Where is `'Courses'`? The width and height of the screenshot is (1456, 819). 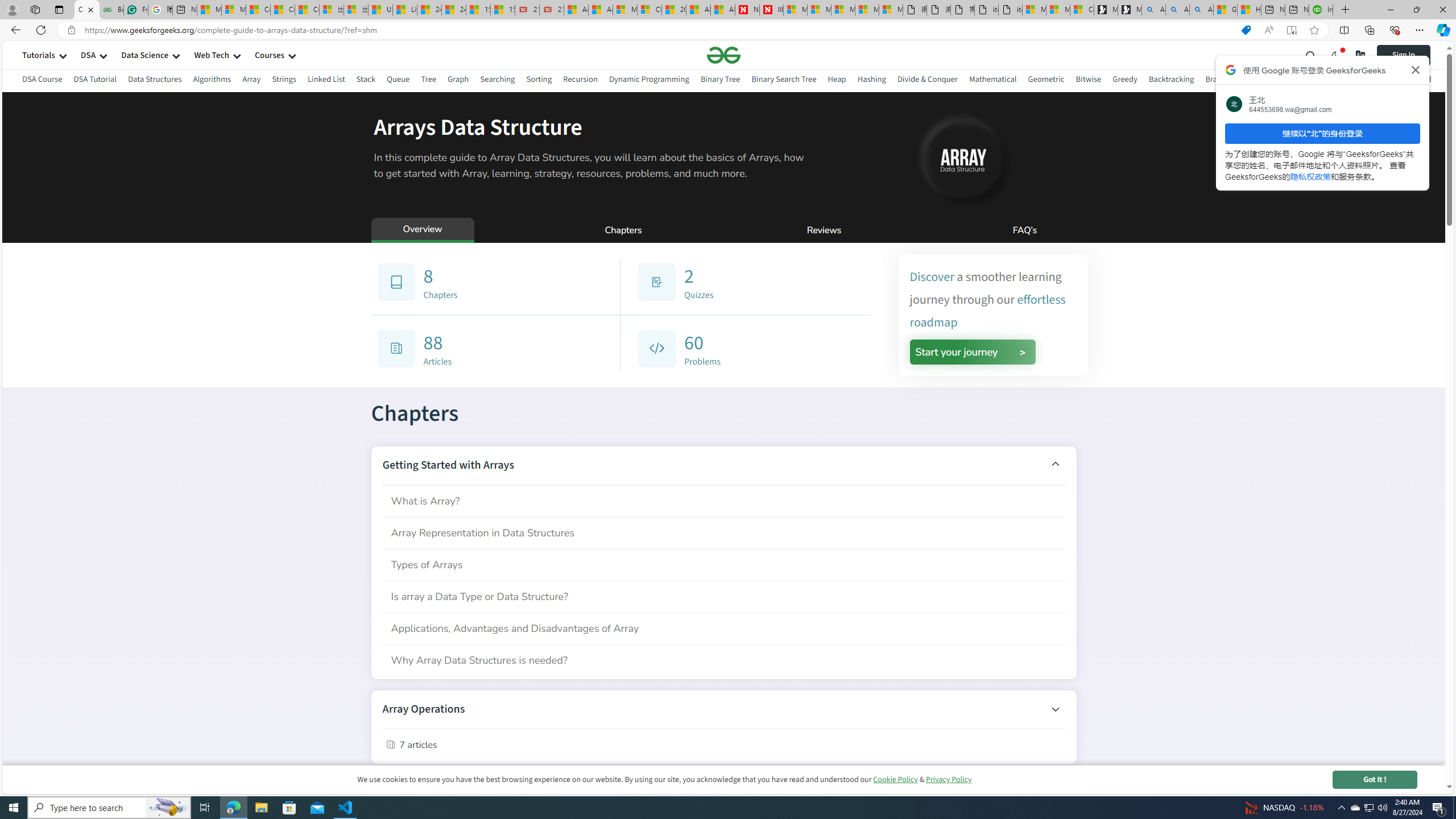 'Courses' is located at coordinates (268, 55).